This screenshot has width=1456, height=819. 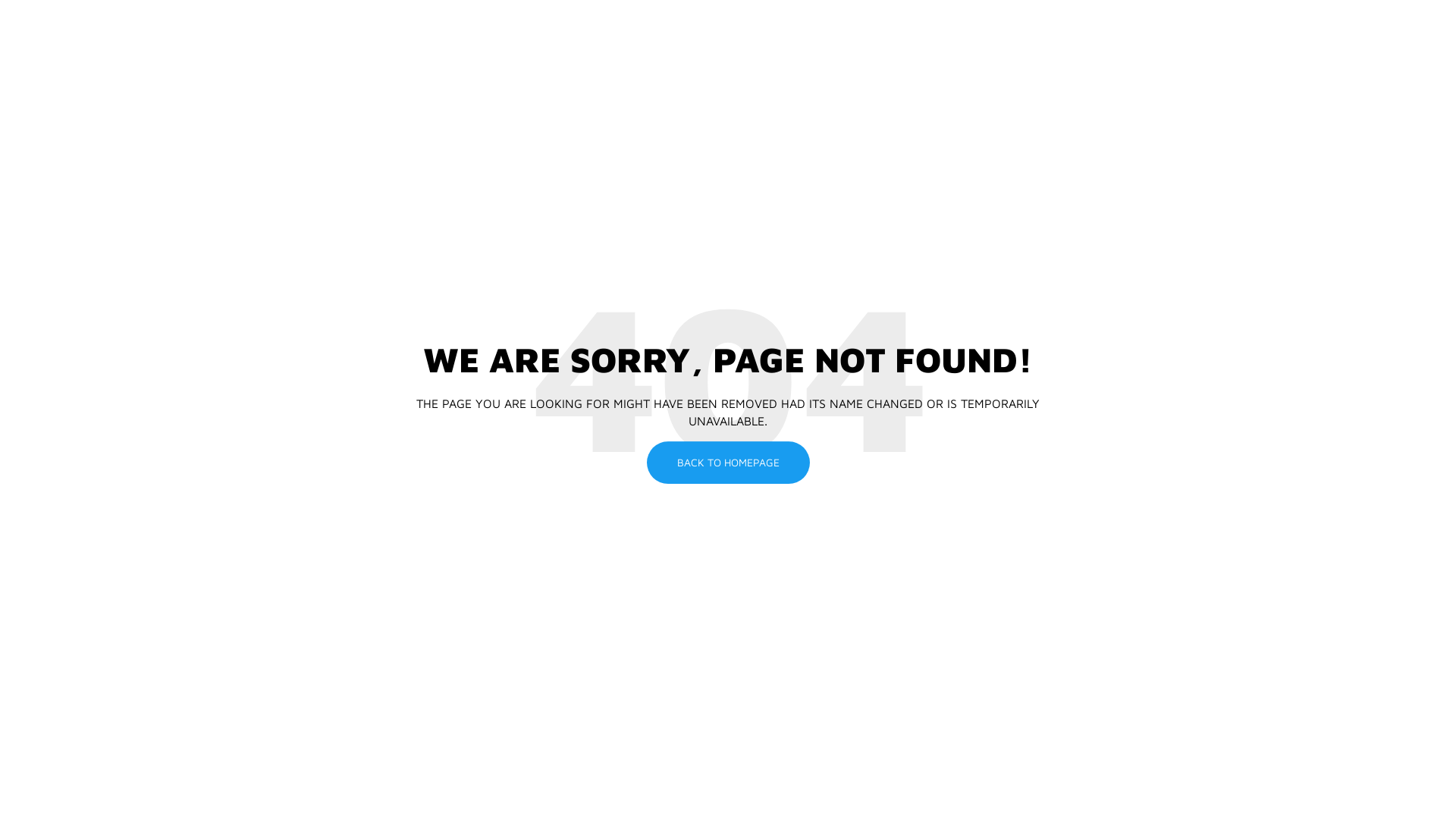 I want to click on 'BACK TO HOMEPAGE', so click(x=726, y=461).